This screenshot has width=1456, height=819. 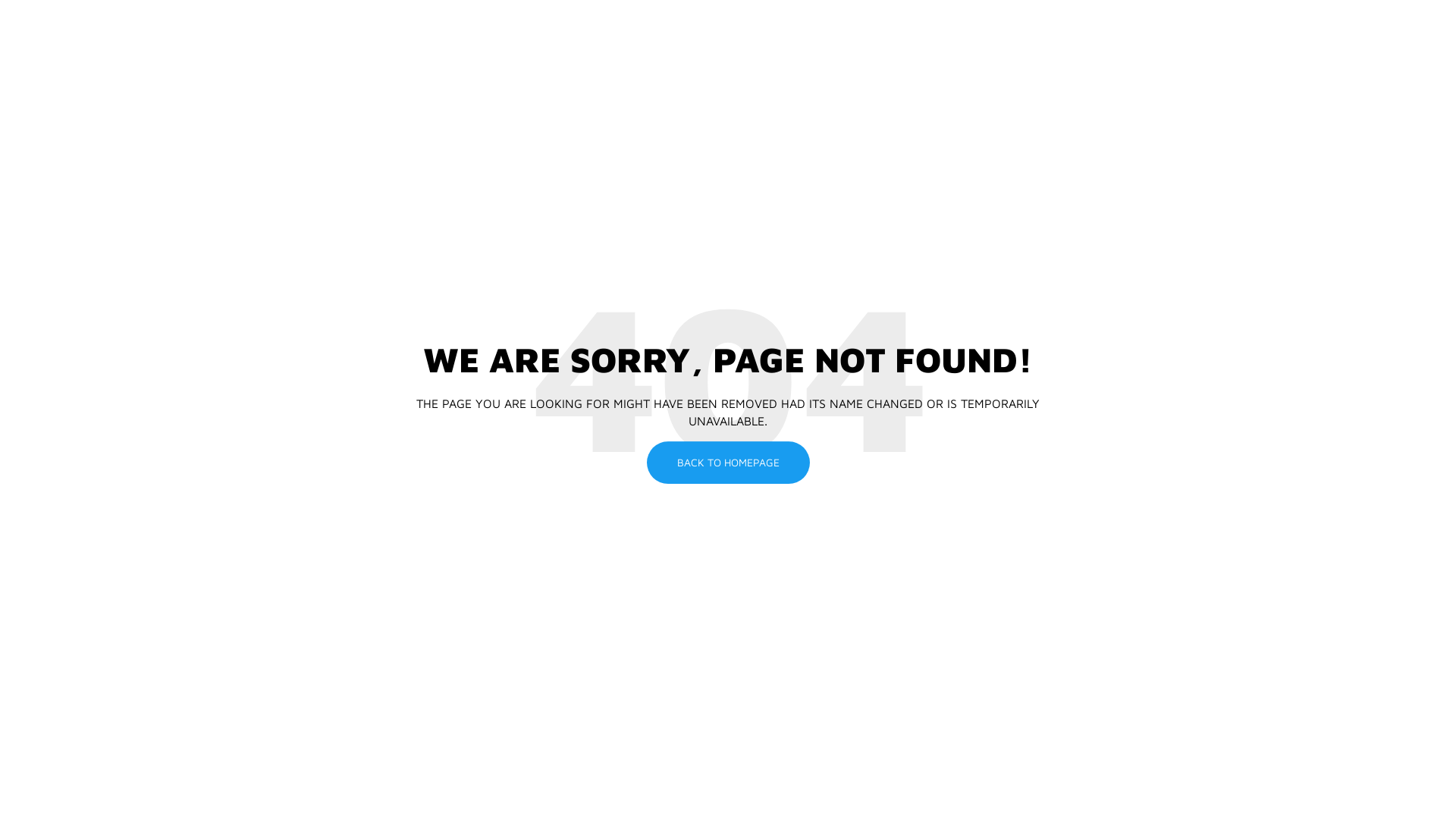 I want to click on 'BACK TO HOMEPAGE', so click(x=726, y=461).